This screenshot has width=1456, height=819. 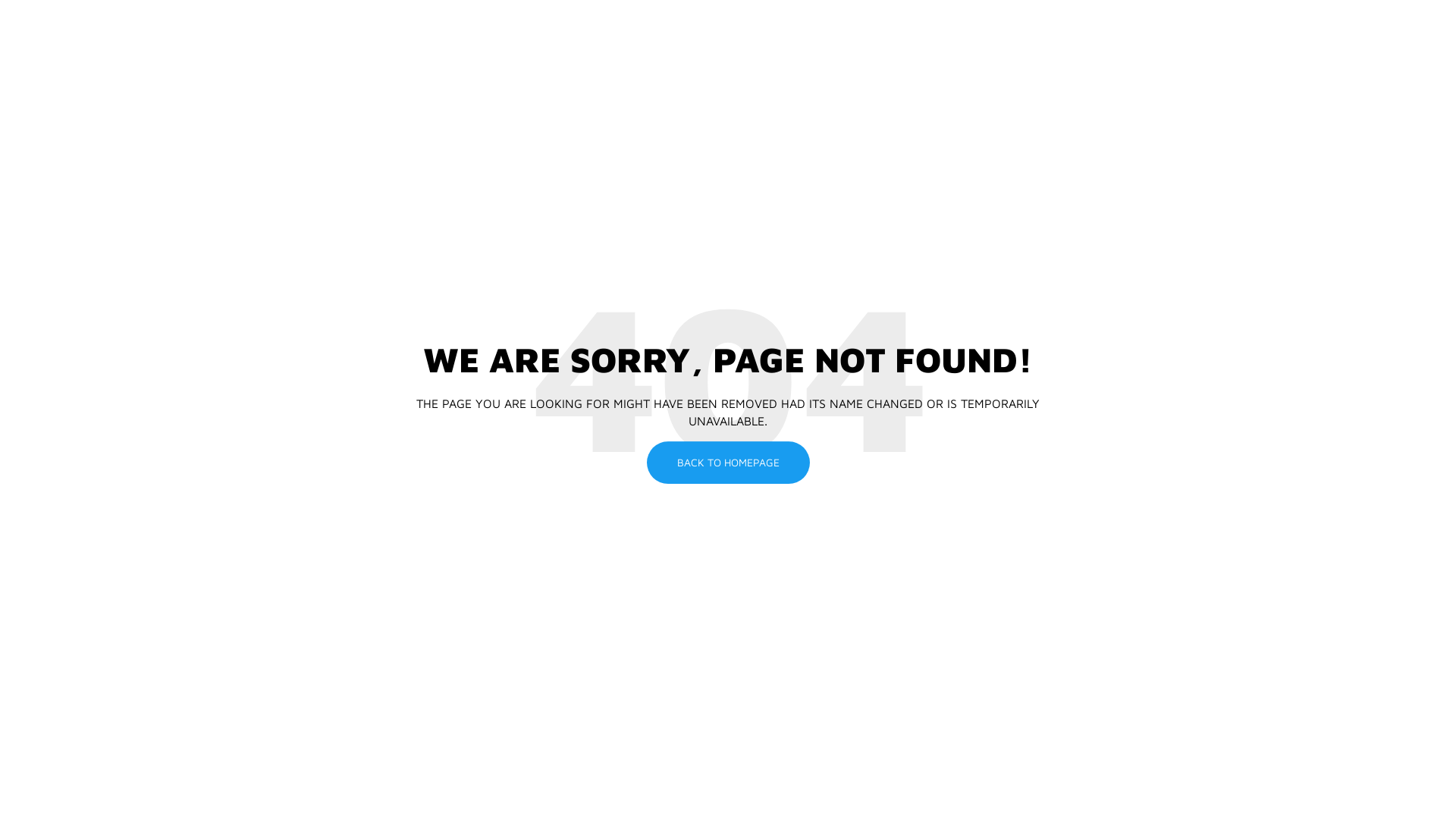 I want to click on 'BACK TO HOMEPAGE', so click(x=726, y=461).